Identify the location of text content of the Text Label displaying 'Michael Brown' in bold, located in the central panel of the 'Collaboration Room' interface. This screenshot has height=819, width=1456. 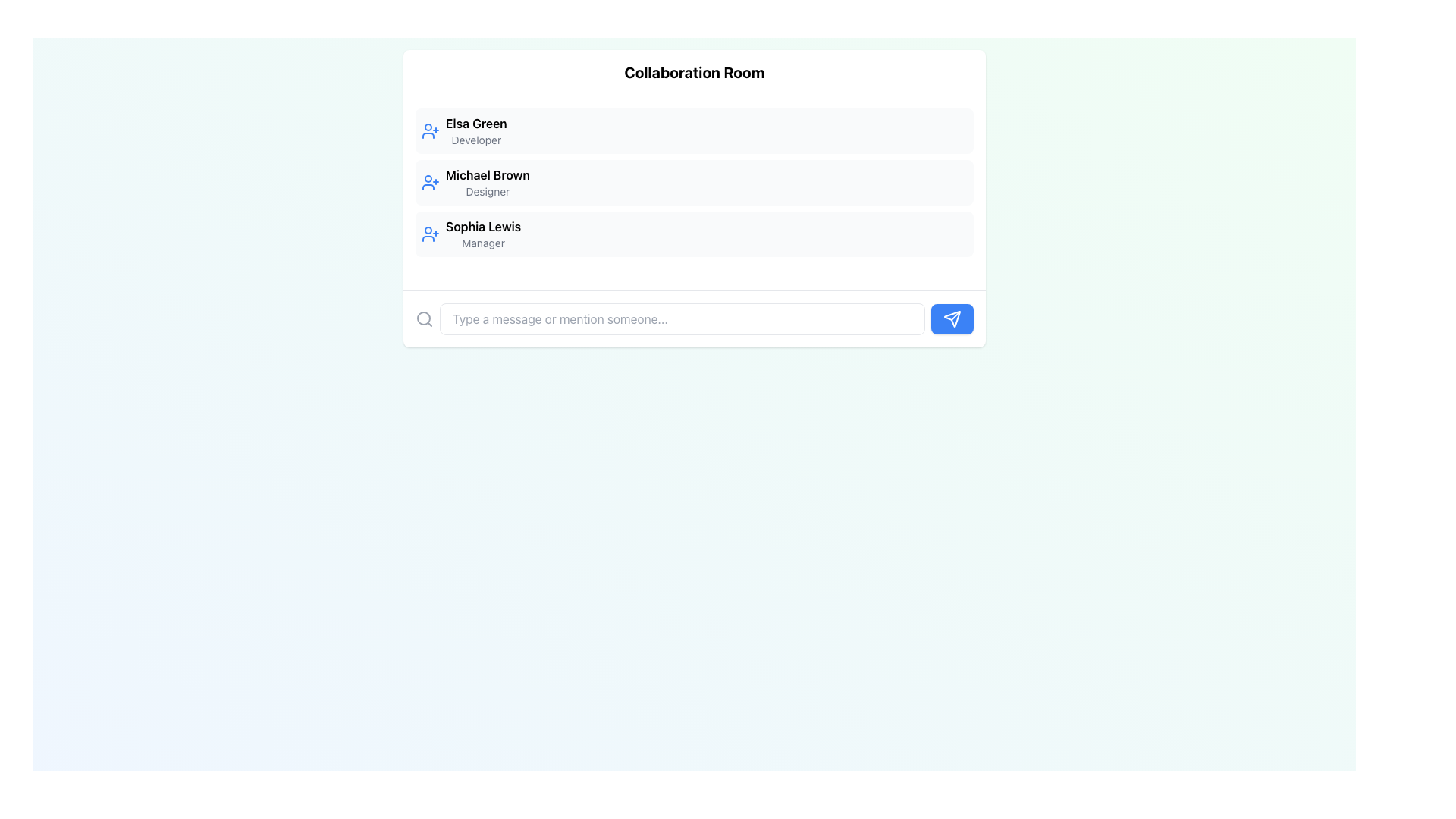
(488, 174).